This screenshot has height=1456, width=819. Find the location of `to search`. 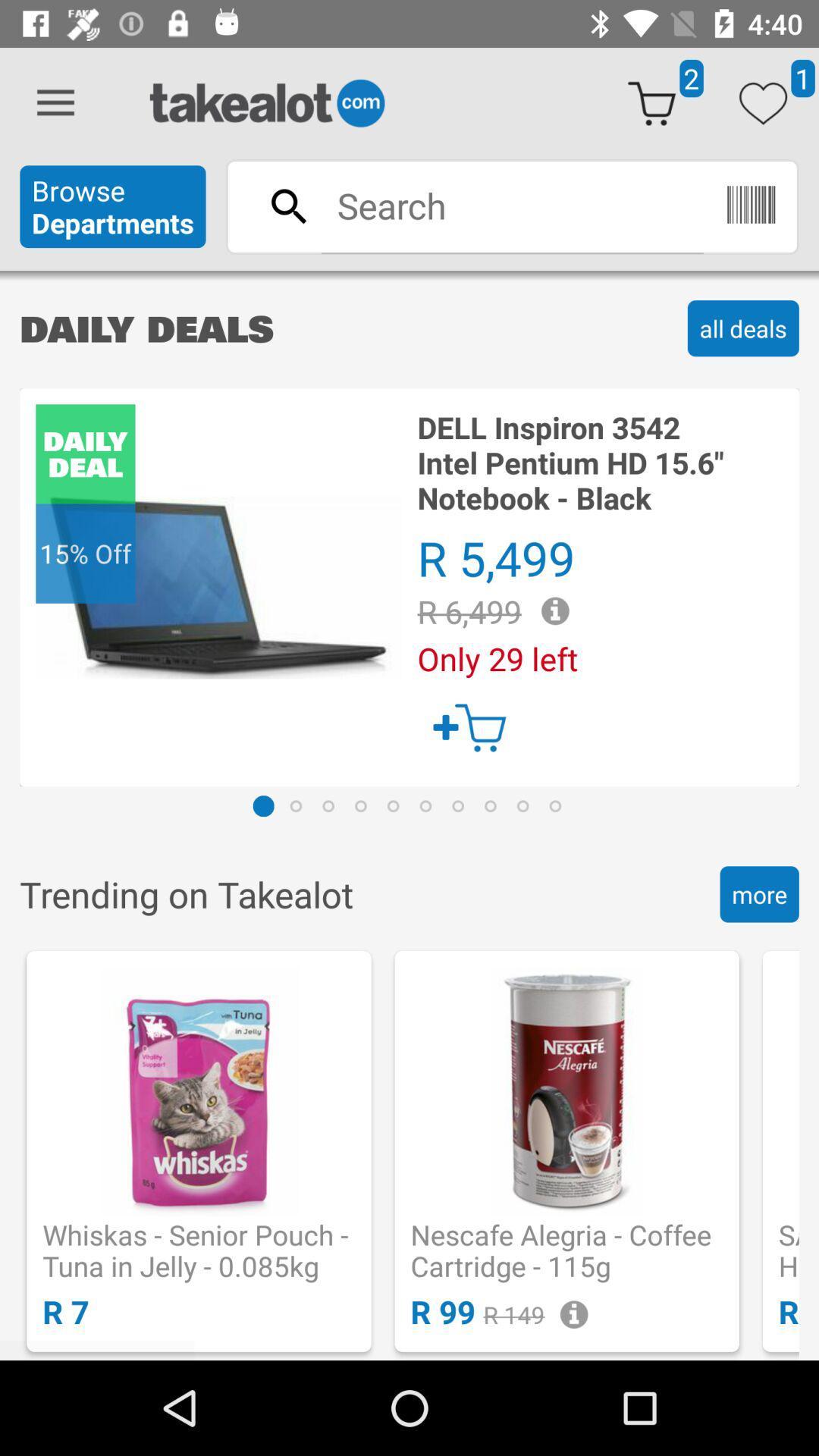

to search is located at coordinates (512, 205).